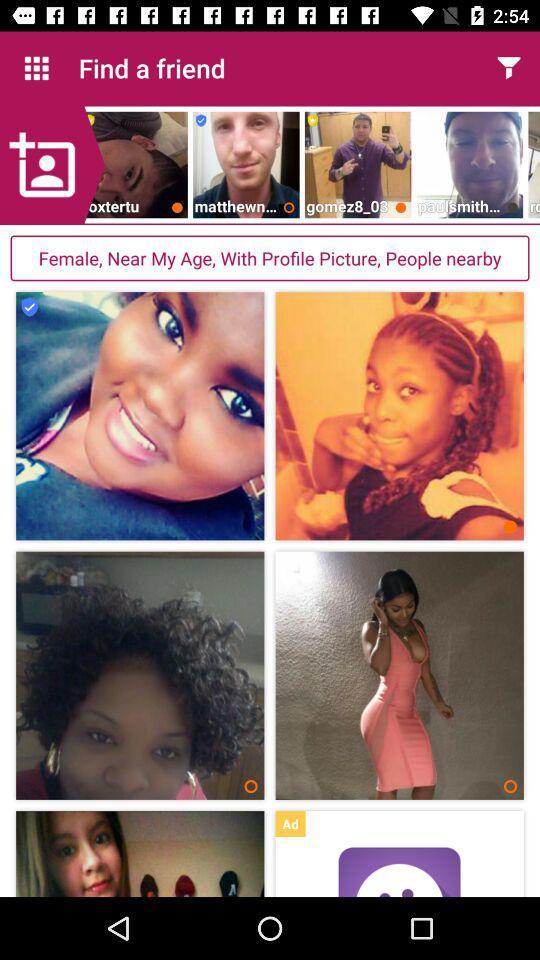  I want to click on in app advertisement, so click(399, 871).